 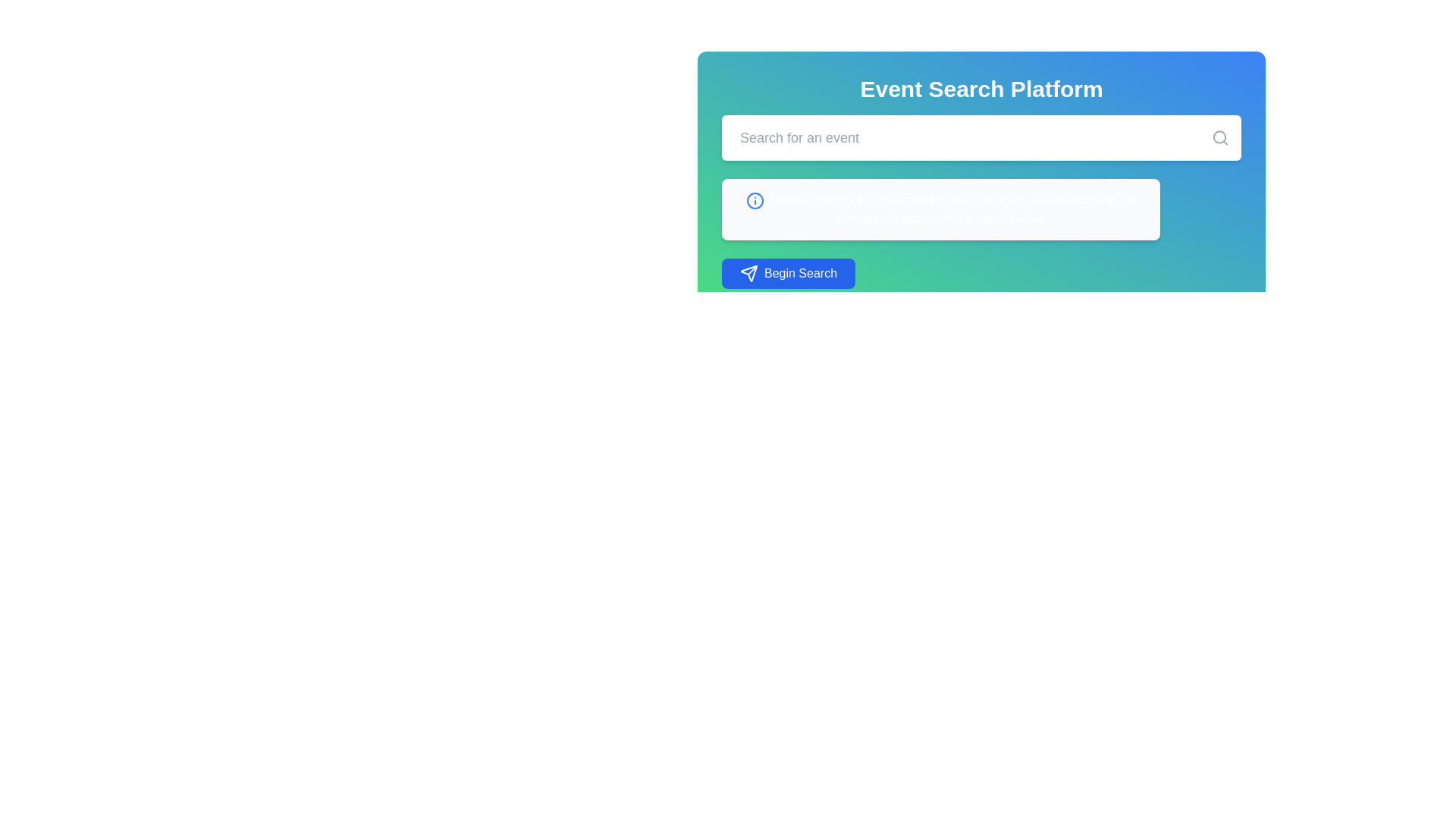 What do you see at coordinates (749, 271) in the screenshot?
I see `the paper-plane icon located to the left of the 'Begin Search' button` at bounding box center [749, 271].